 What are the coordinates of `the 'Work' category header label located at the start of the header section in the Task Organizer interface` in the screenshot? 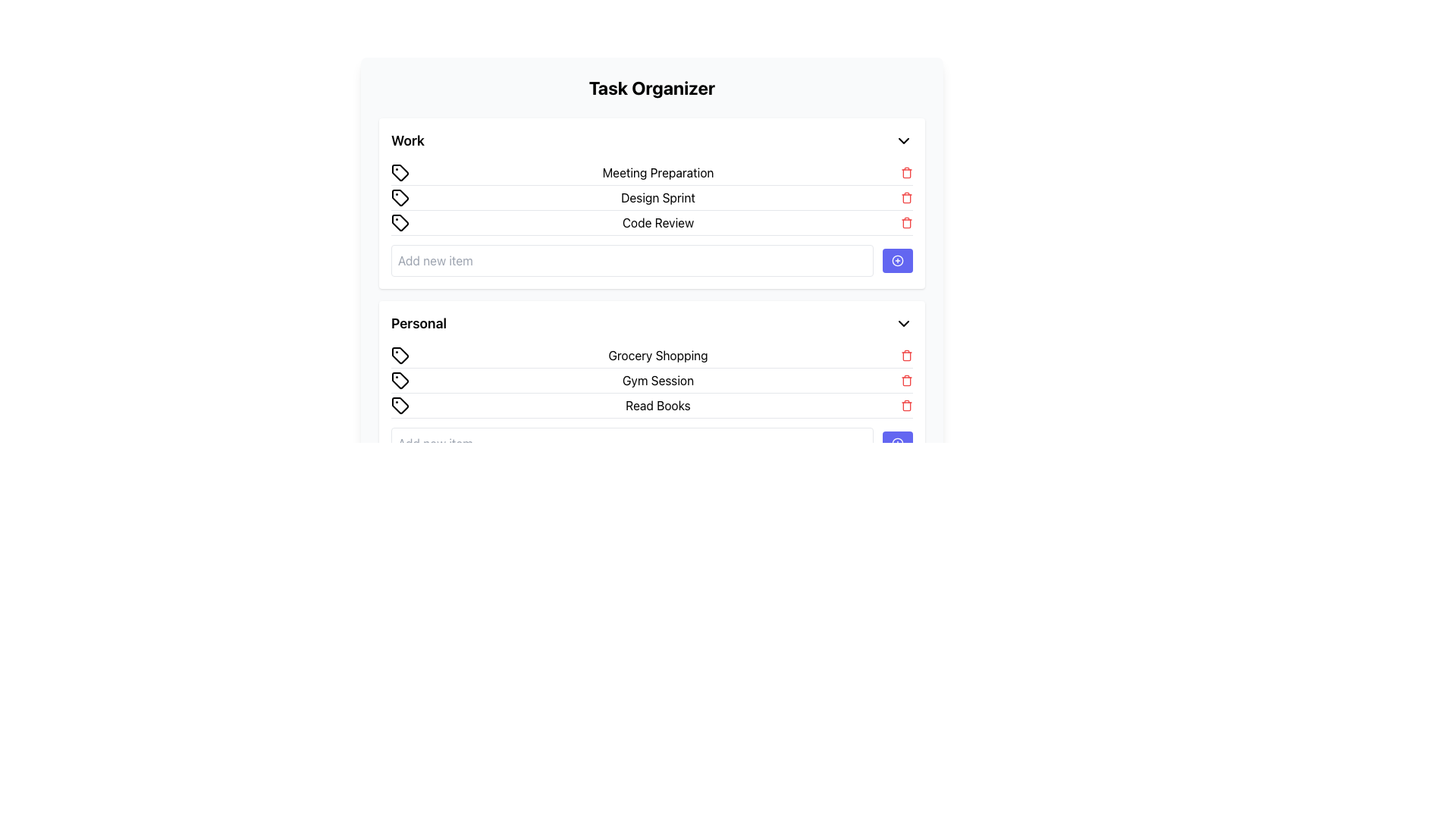 It's located at (407, 140).